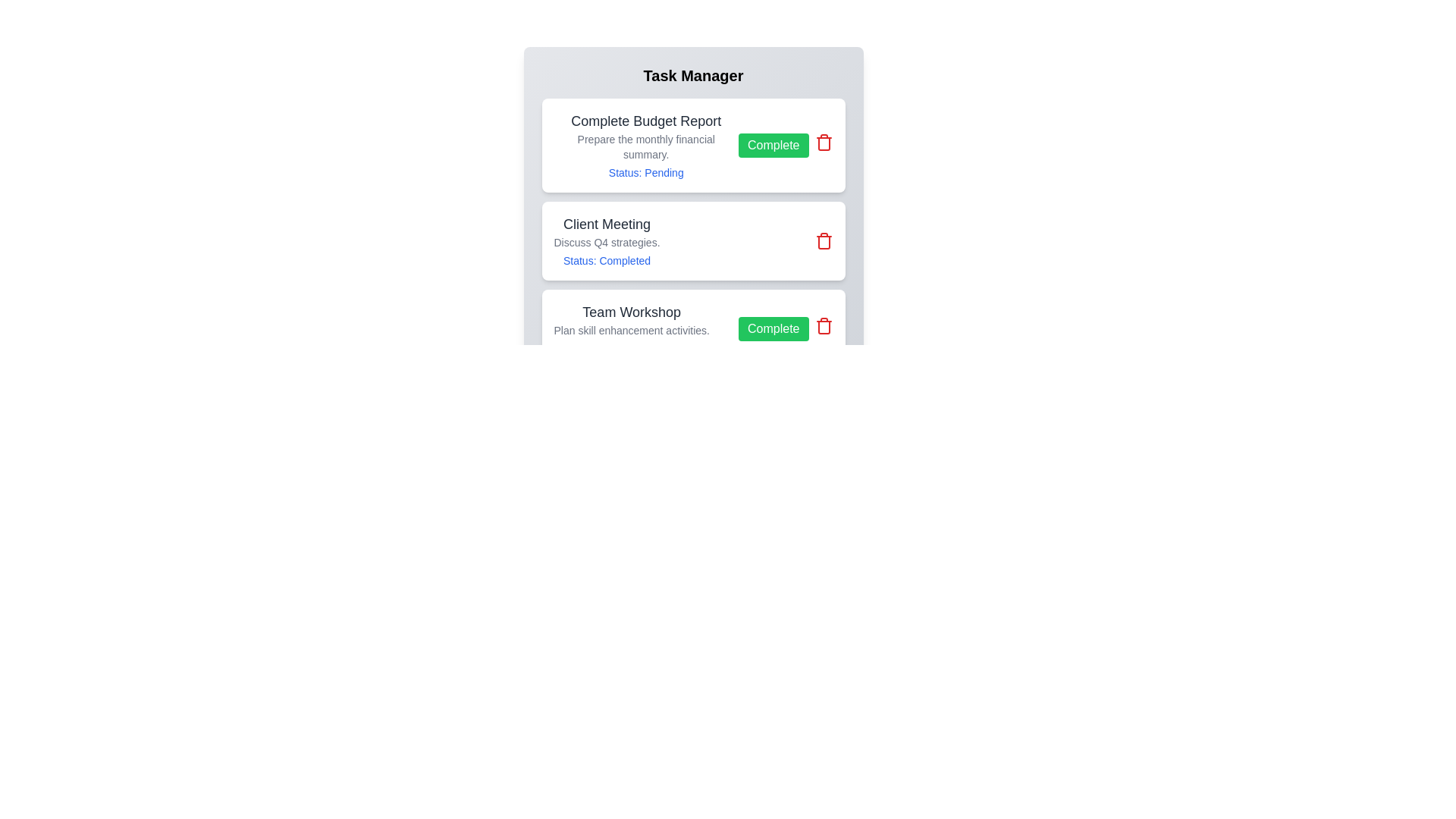  Describe the element at coordinates (645, 146) in the screenshot. I see `the task card for 'Complete Budget Report' to view its details` at that location.